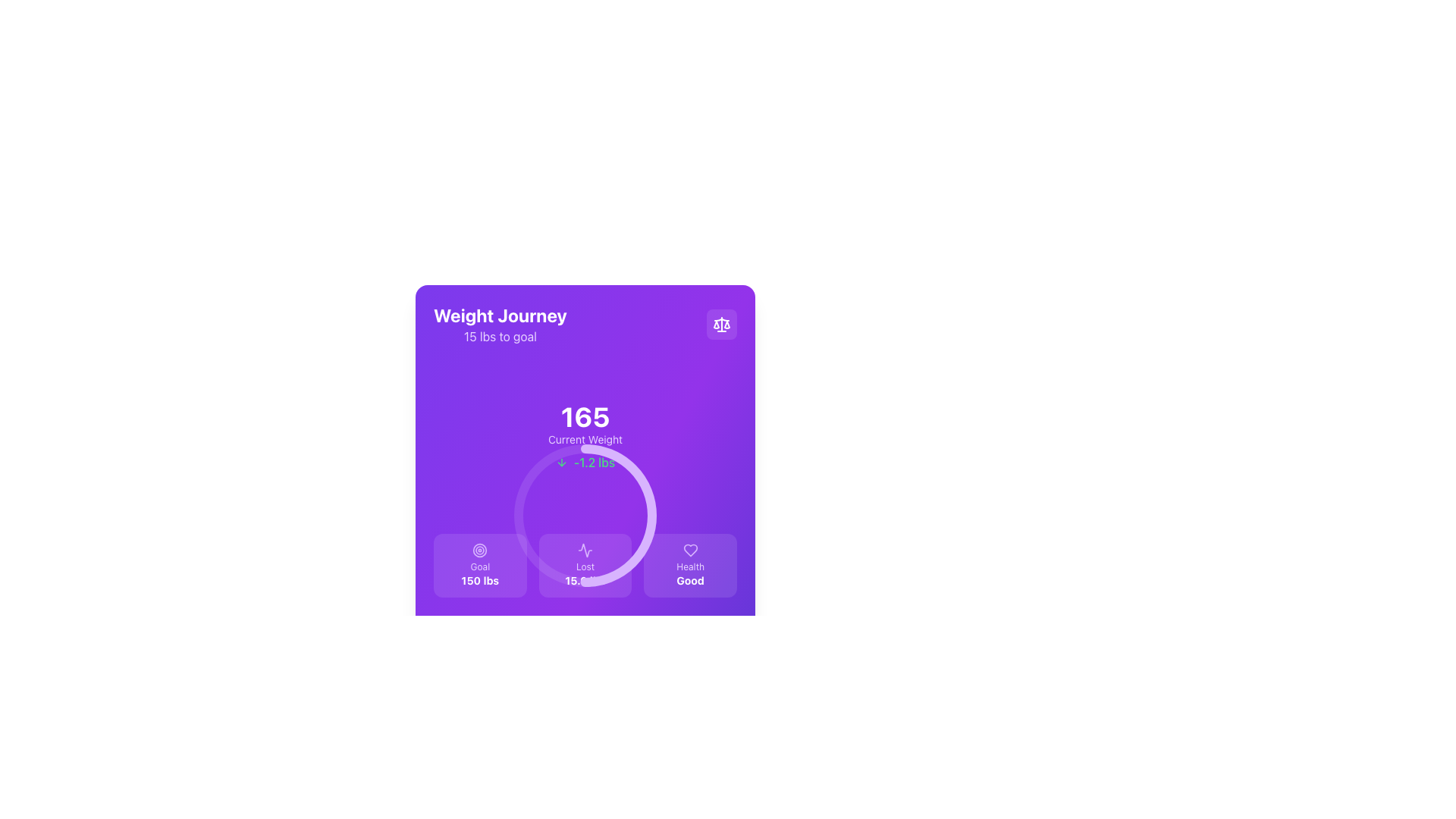  Describe the element at coordinates (560, 461) in the screenshot. I see `the small green downward arrow icon located to the left of the text '-1.2 lbs'` at that location.